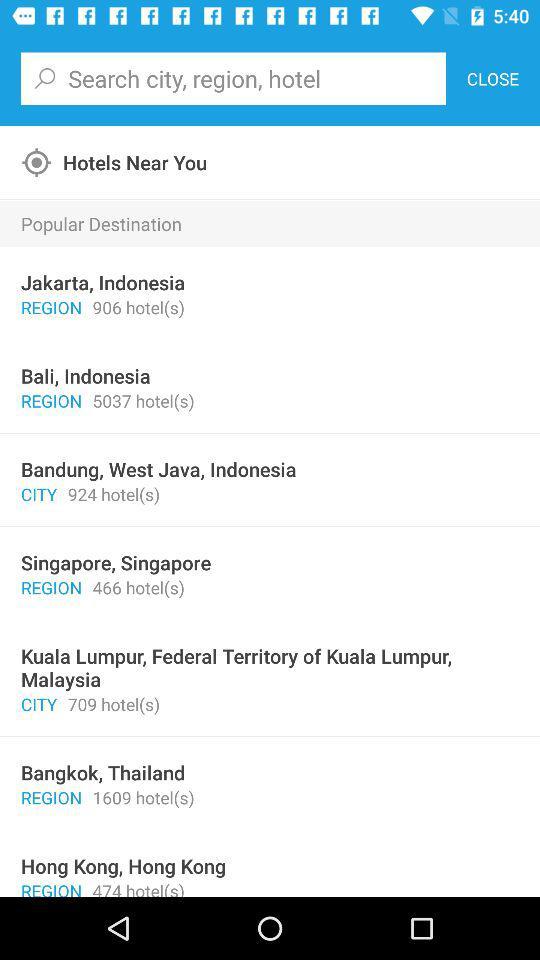 This screenshot has width=540, height=960. I want to click on the close icon, so click(491, 78).